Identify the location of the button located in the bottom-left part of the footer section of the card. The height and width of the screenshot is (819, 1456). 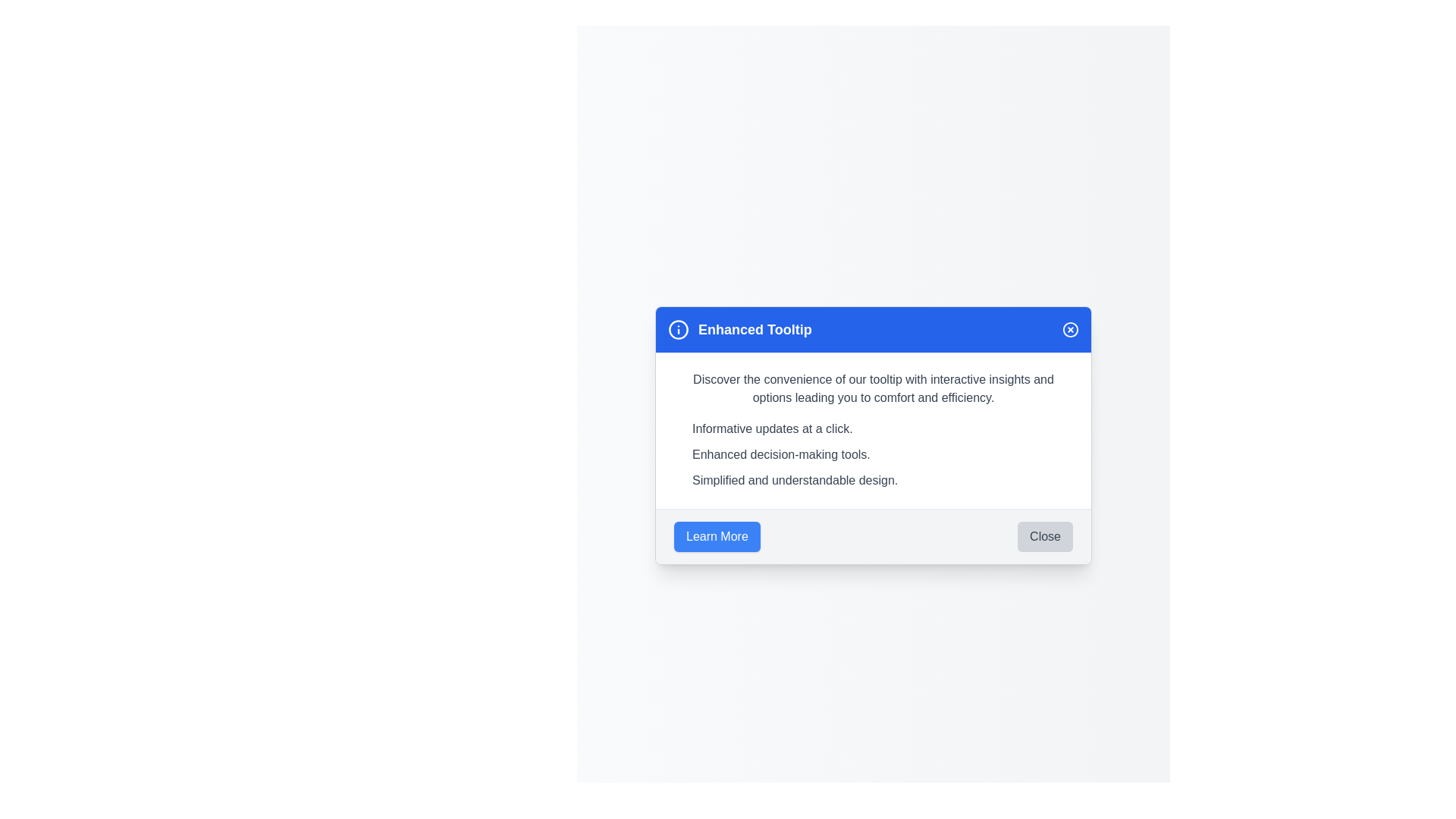
(716, 535).